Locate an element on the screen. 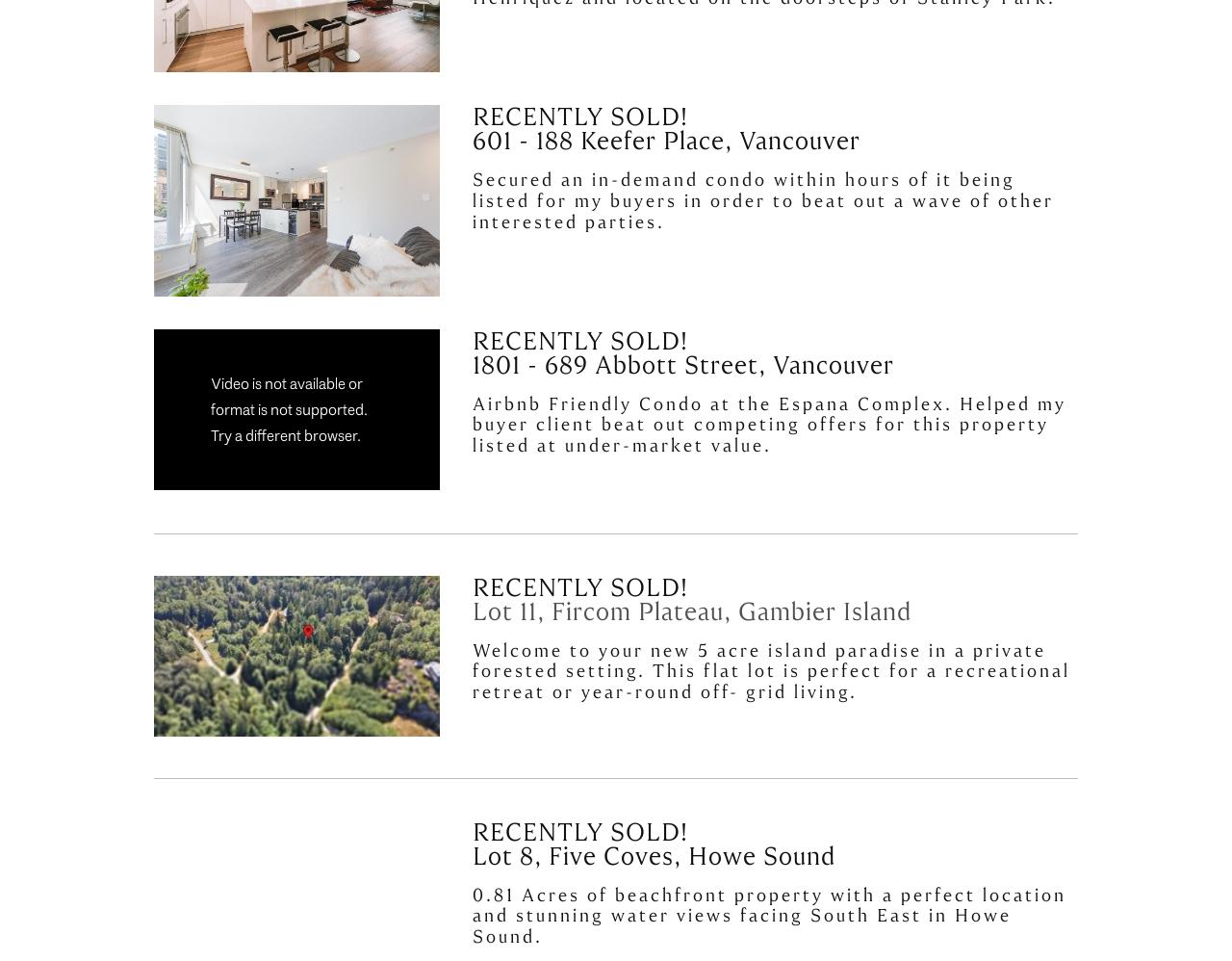 The height and width of the screenshot is (961, 1232). 'Video is not available or format is not supported. Try a different browser.' is located at coordinates (211, 408).